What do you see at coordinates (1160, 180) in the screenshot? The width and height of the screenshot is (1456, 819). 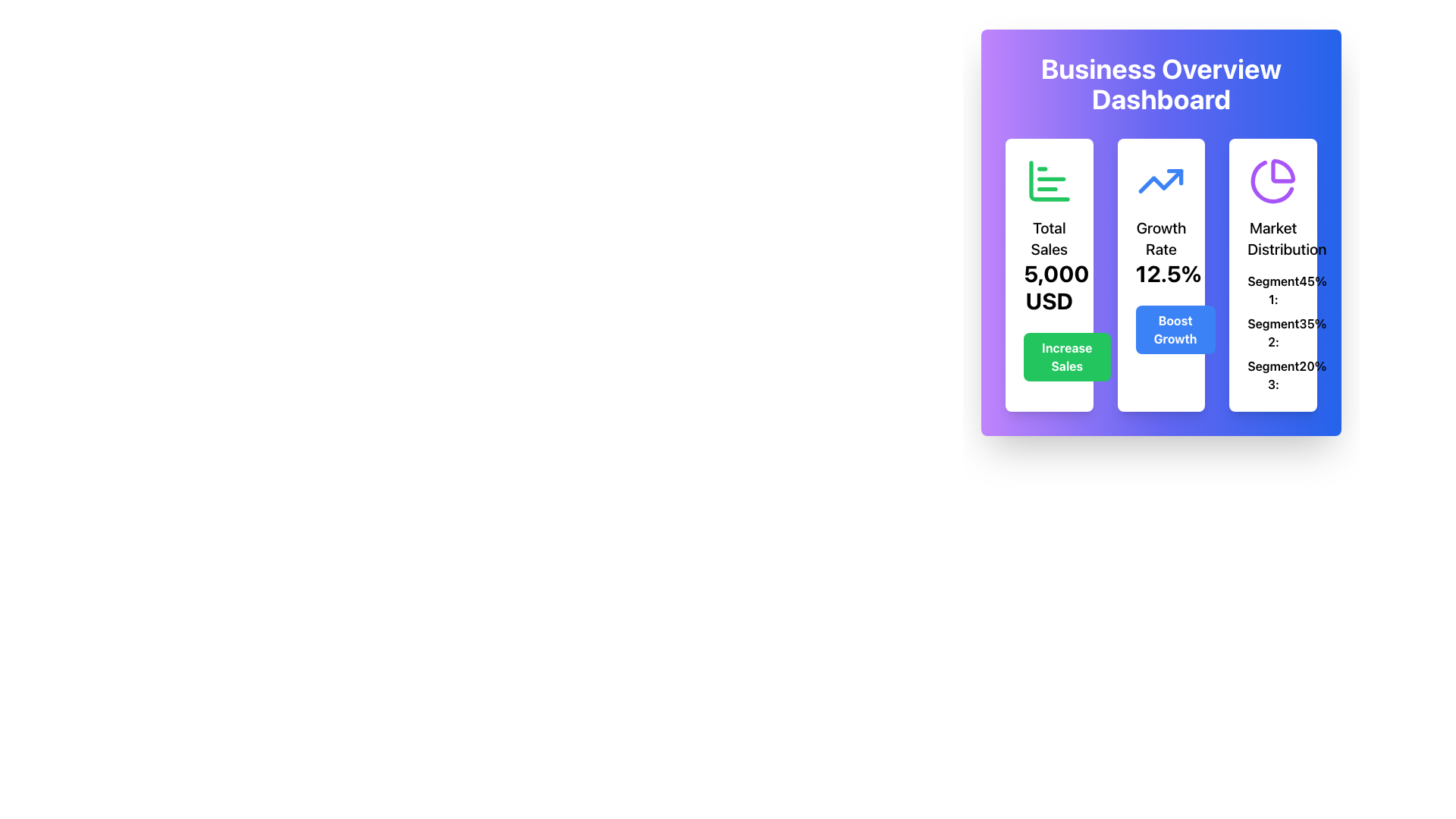 I see `the blue upwards-trending line graph icon located in the middle card titled 'Growth Rate', which is situated above the text 'Growth Rate'` at bounding box center [1160, 180].